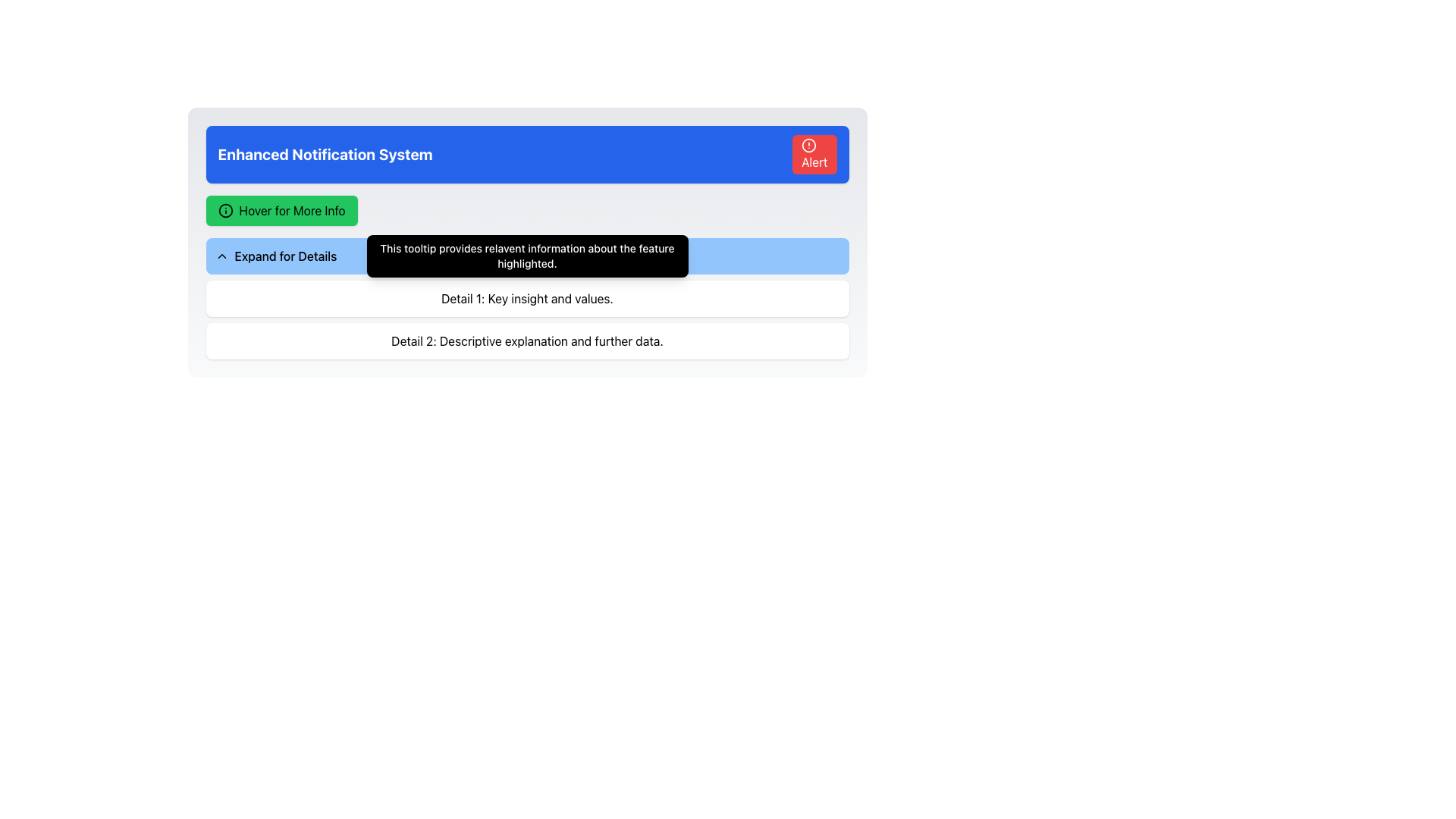 The width and height of the screenshot is (1456, 819). Describe the element at coordinates (221, 256) in the screenshot. I see `the visual state of the small, downward-facing chevron icon located to the left of the 'Expand for Details' text` at that location.